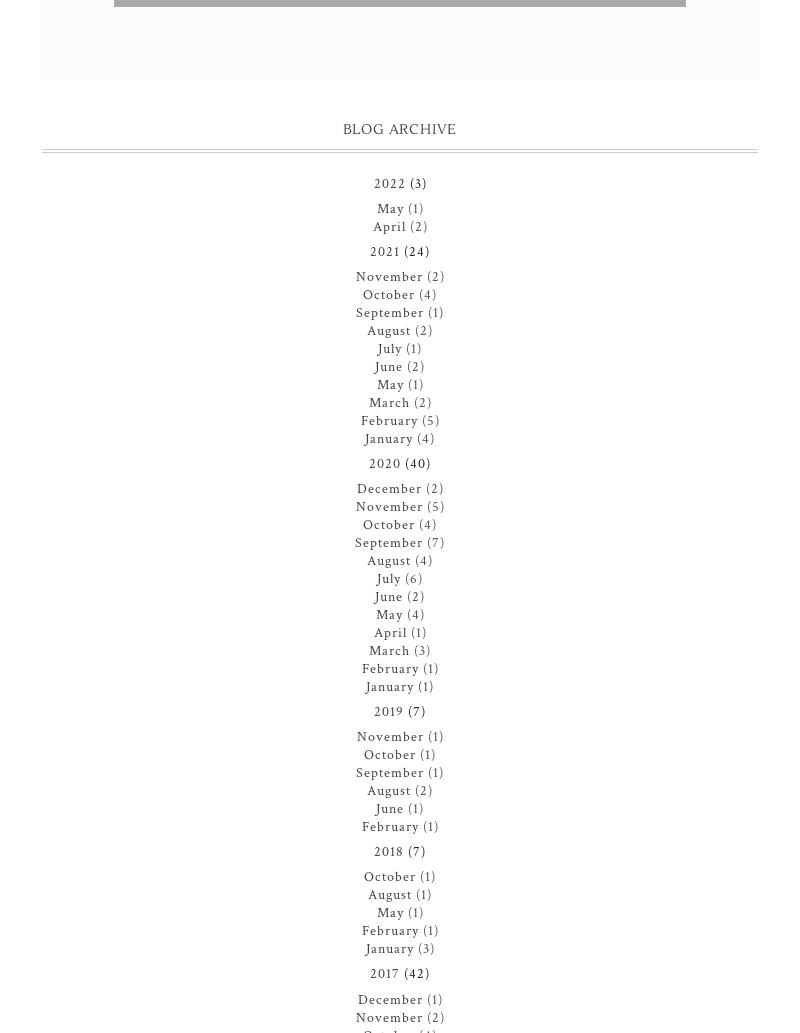 Image resolution: width=800 pixels, height=1033 pixels. I want to click on '2019', so click(388, 712).